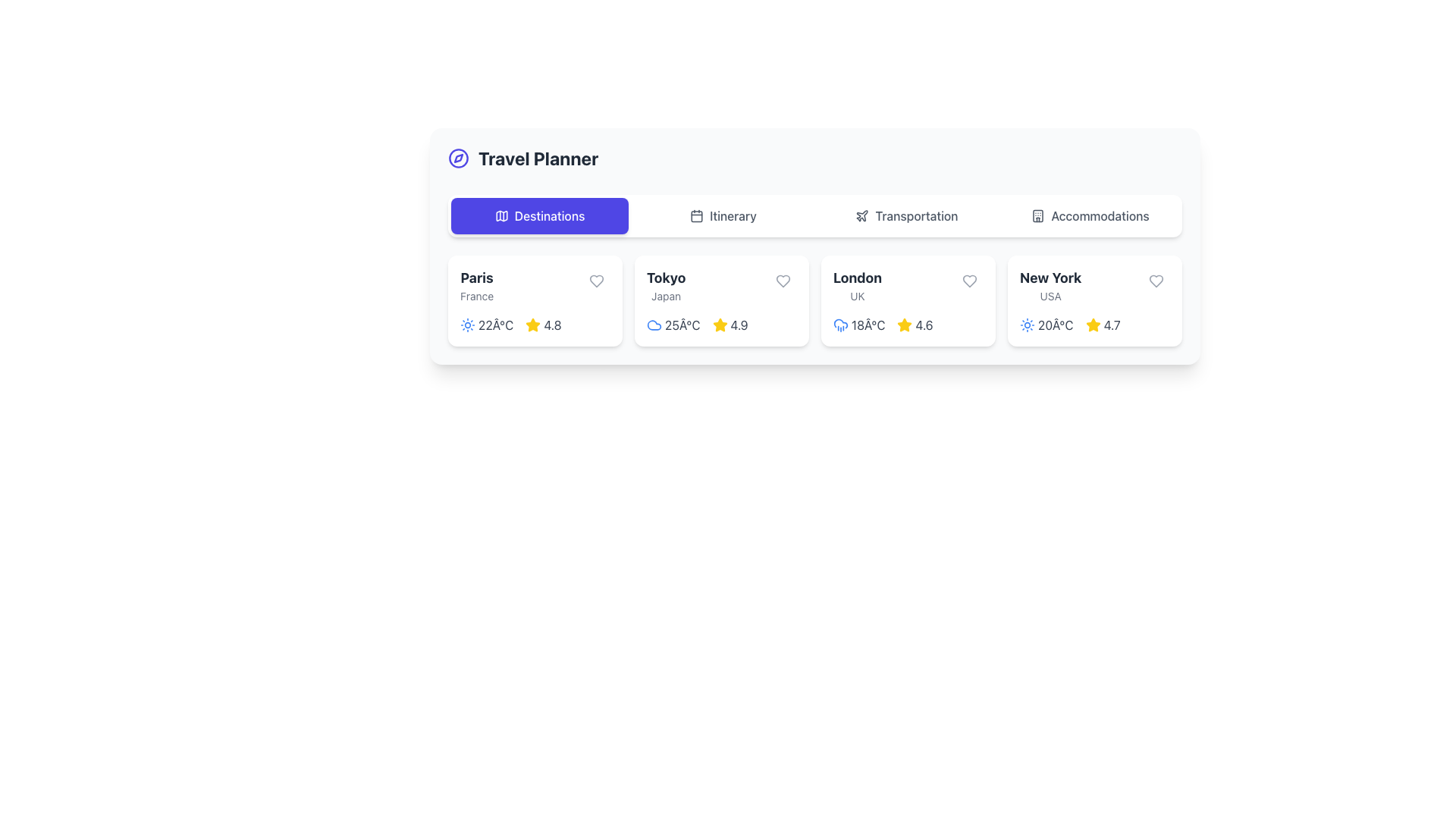  Describe the element at coordinates (666, 278) in the screenshot. I see `the static text element displaying the destination city name 'Tokyo' within the second card from the left, positioned above the text 'Japan'` at that location.